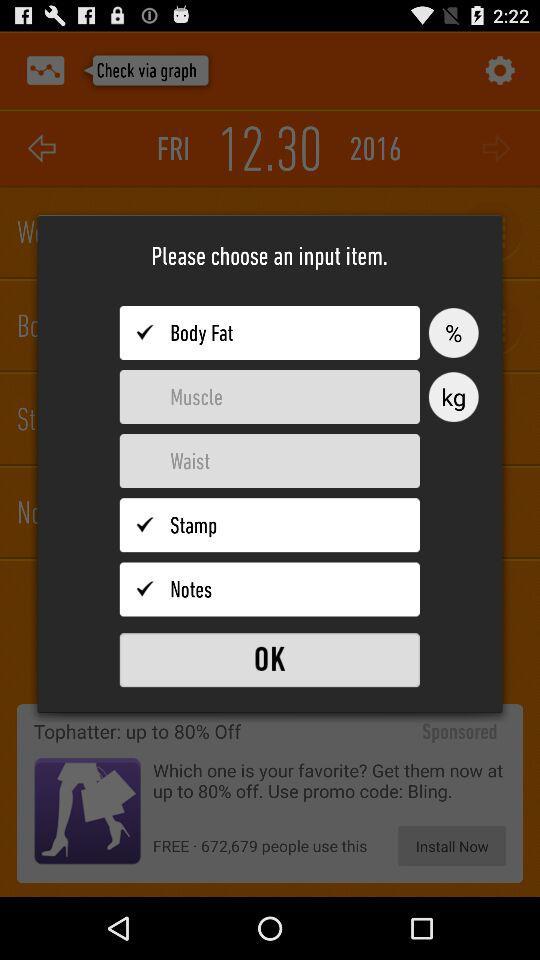  I want to click on input notes, so click(269, 589).